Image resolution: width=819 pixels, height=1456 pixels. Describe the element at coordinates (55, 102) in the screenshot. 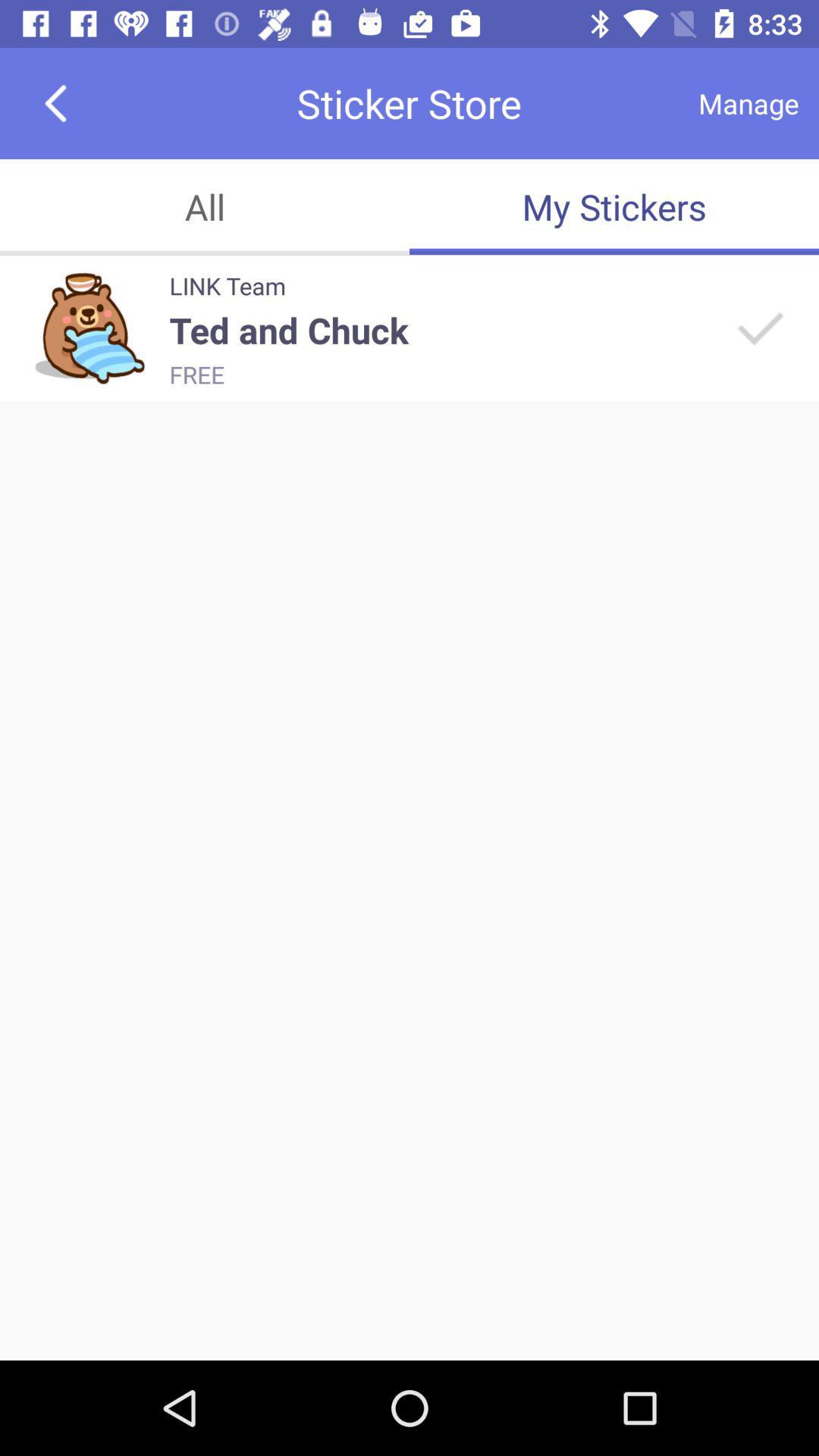

I see `the item to the left of the sticker store app` at that location.